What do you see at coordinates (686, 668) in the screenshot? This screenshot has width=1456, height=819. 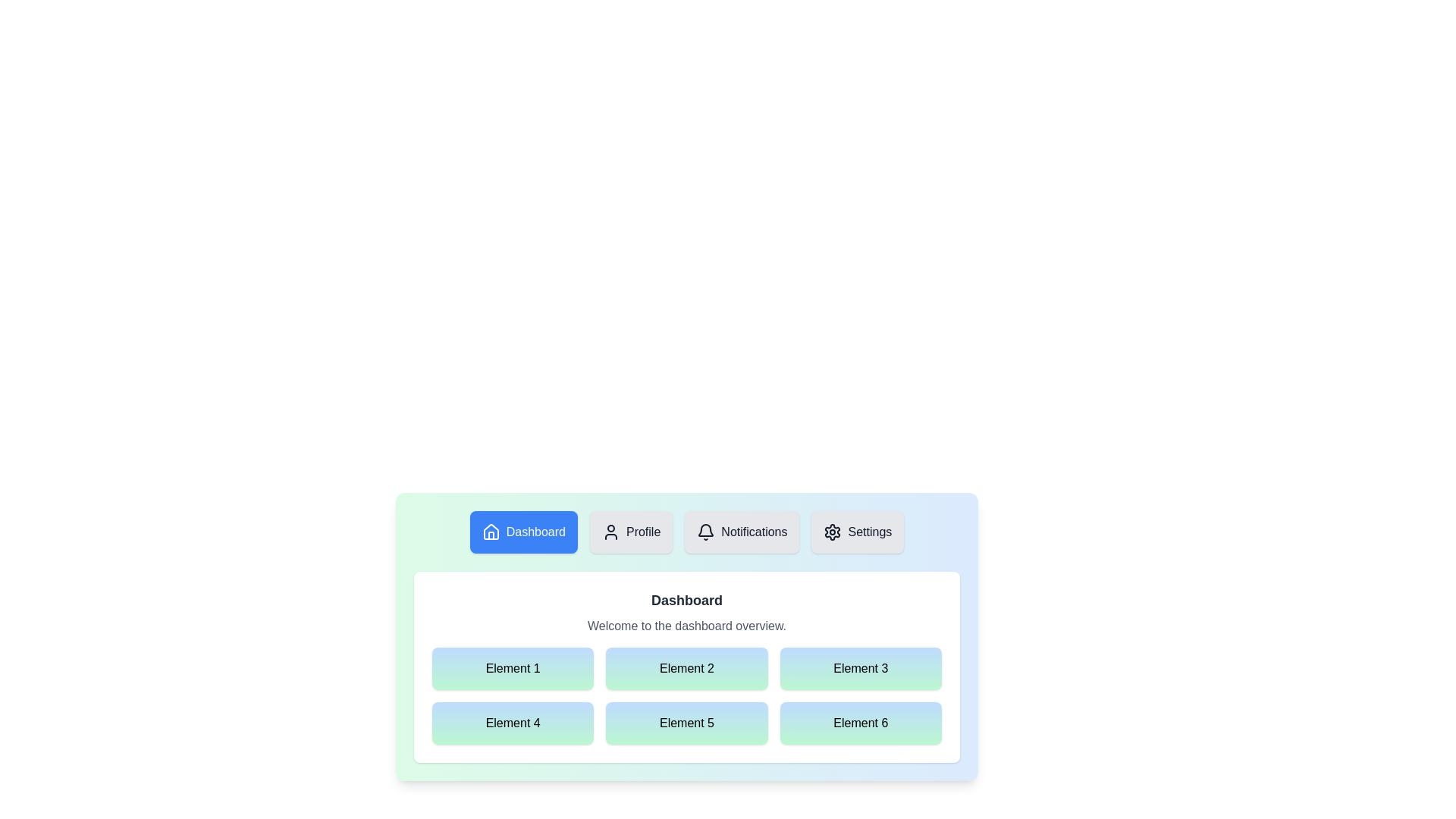 I see `the grid element labeled Element 2` at bounding box center [686, 668].